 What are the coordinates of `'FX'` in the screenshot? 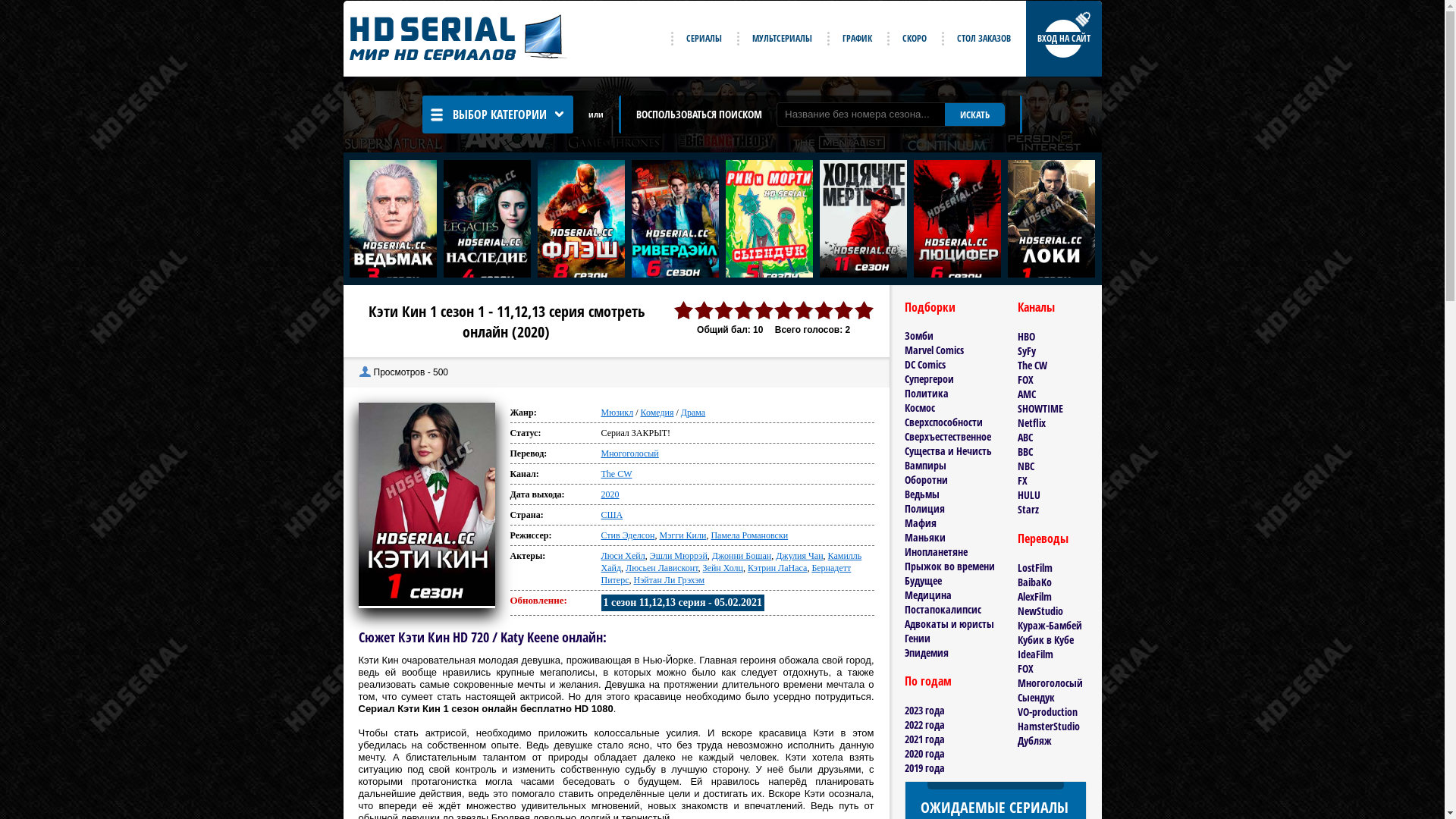 It's located at (1022, 480).